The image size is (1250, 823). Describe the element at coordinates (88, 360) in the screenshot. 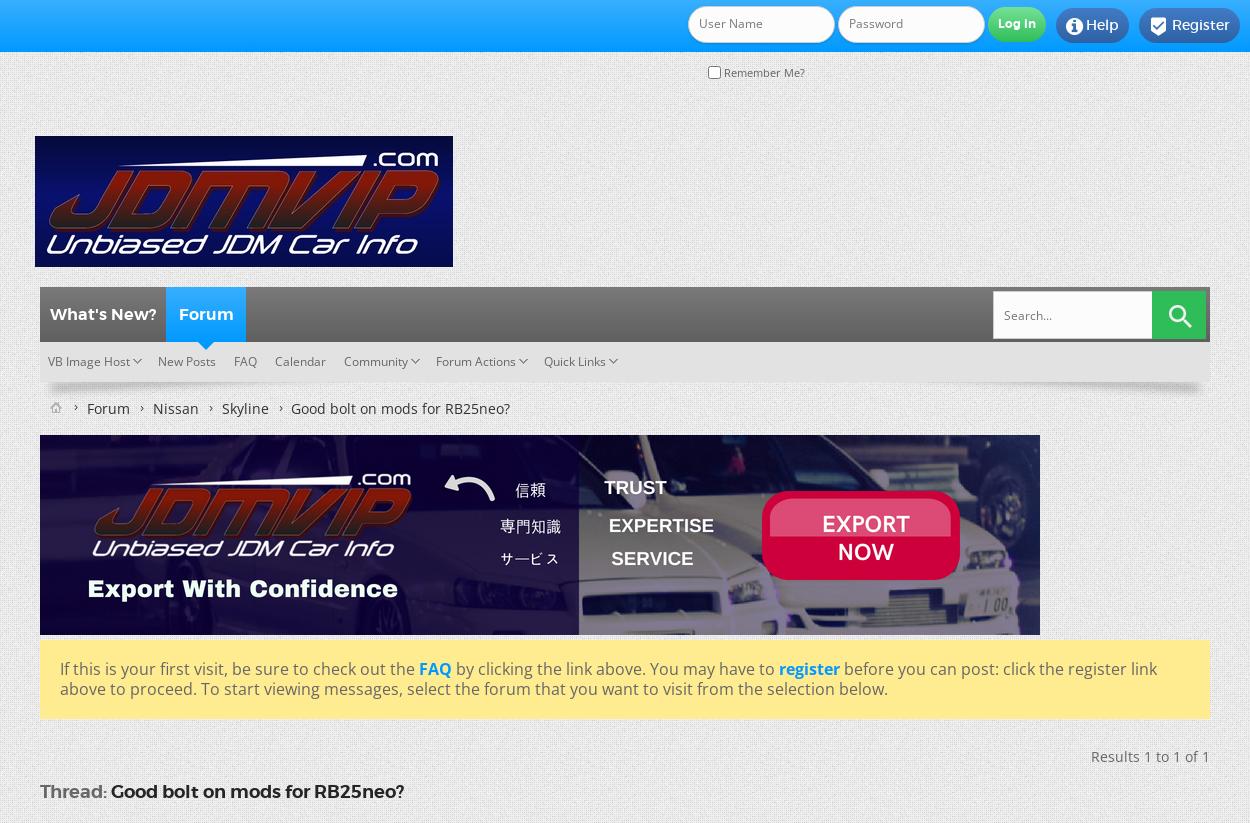

I see `'VB Image Host'` at that location.